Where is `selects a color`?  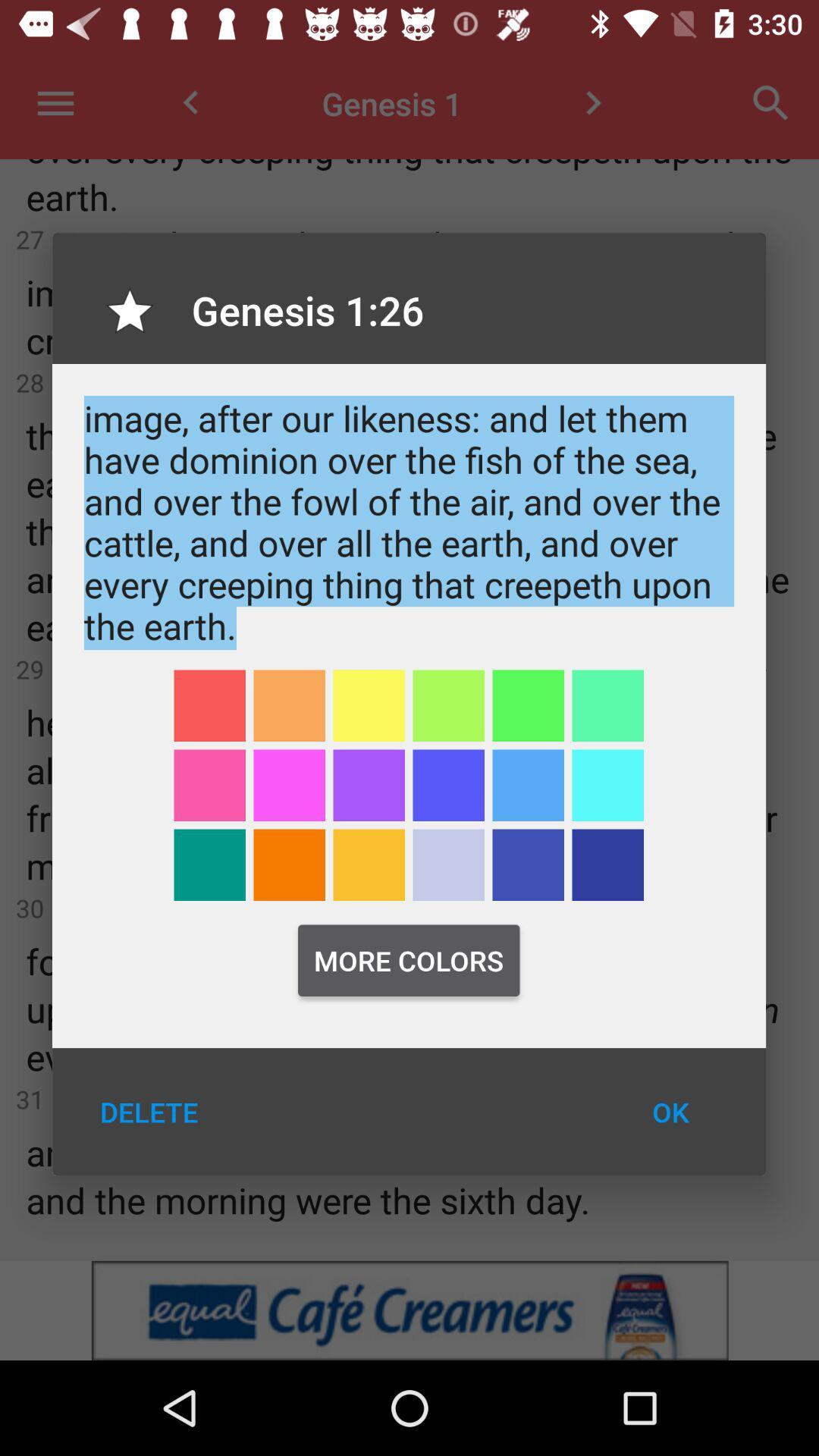
selects a color is located at coordinates (209, 864).